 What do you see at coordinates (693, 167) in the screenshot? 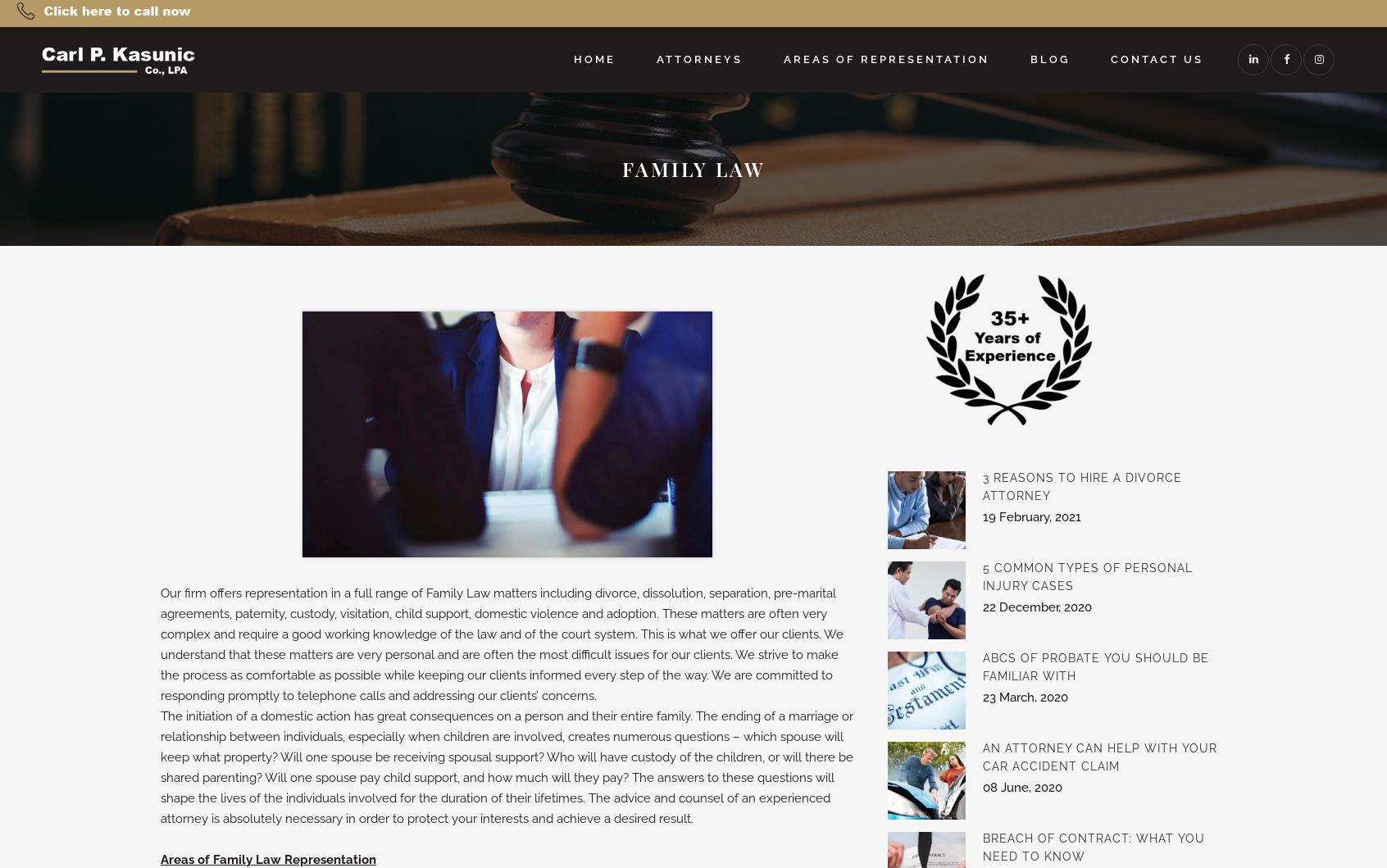
I see `'Family Law'` at bounding box center [693, 167].